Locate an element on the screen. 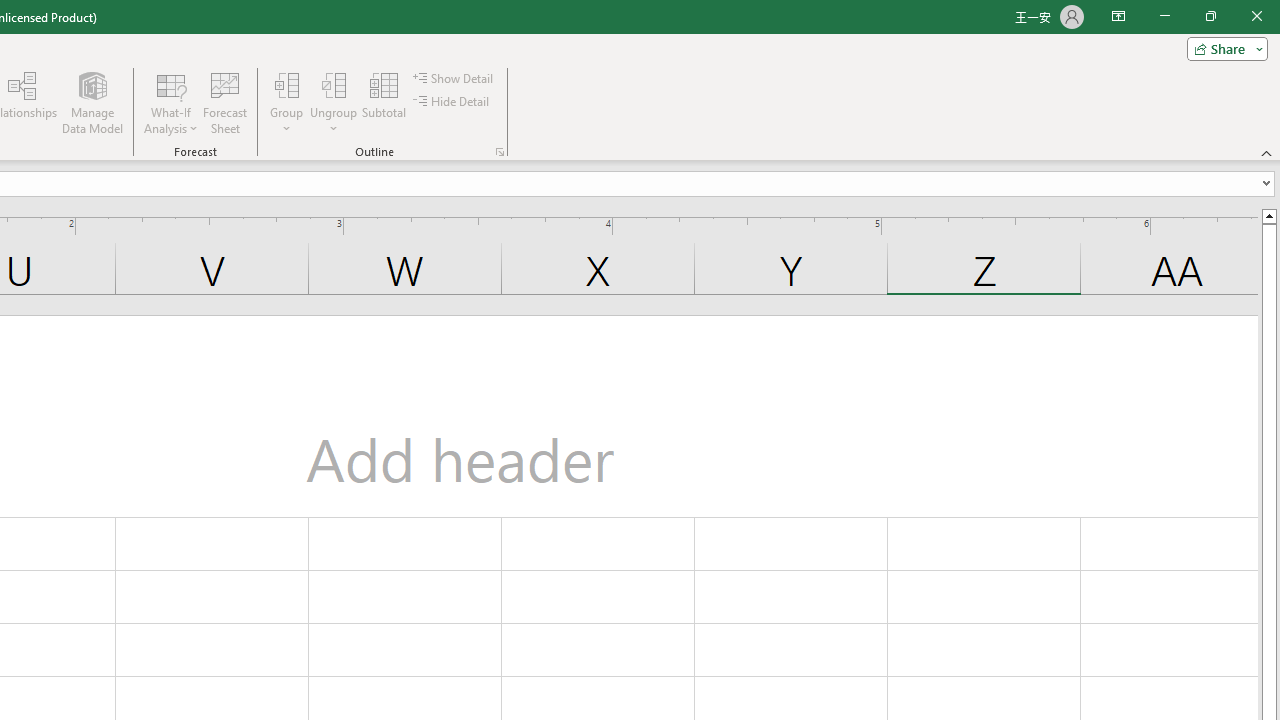 Image resolution: width=1280 pixels, height=720 pixels. 'Minimize' is located at coordinates (1164, 16).